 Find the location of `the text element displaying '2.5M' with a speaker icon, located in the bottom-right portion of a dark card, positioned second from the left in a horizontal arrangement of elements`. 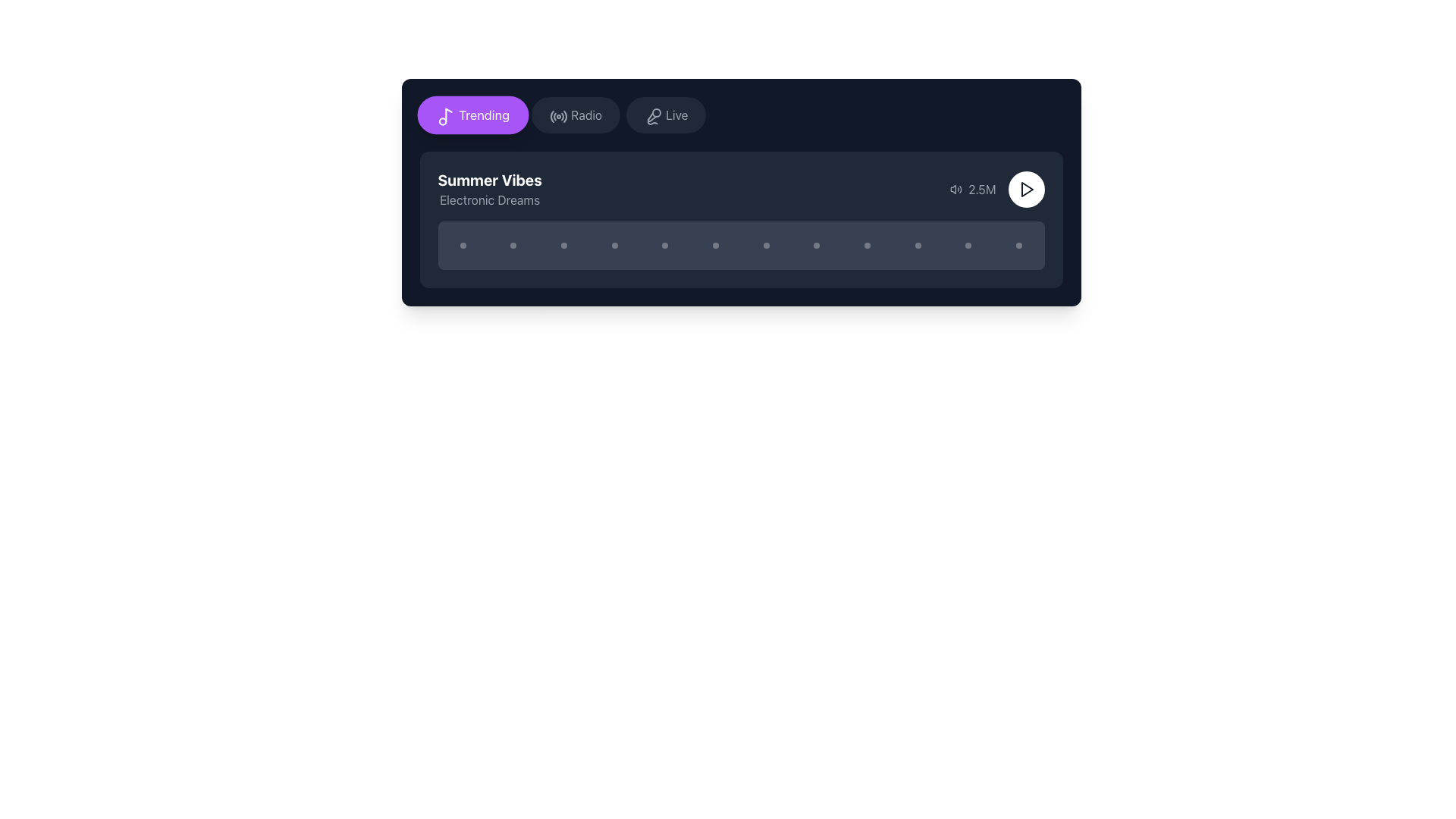

the text element displaying '2.5M' with a speaker icon, located in the bottom-right portion of a dark card, positioned second from the left in a horizontal arrangement of elements is located at coordinates (973, 189).